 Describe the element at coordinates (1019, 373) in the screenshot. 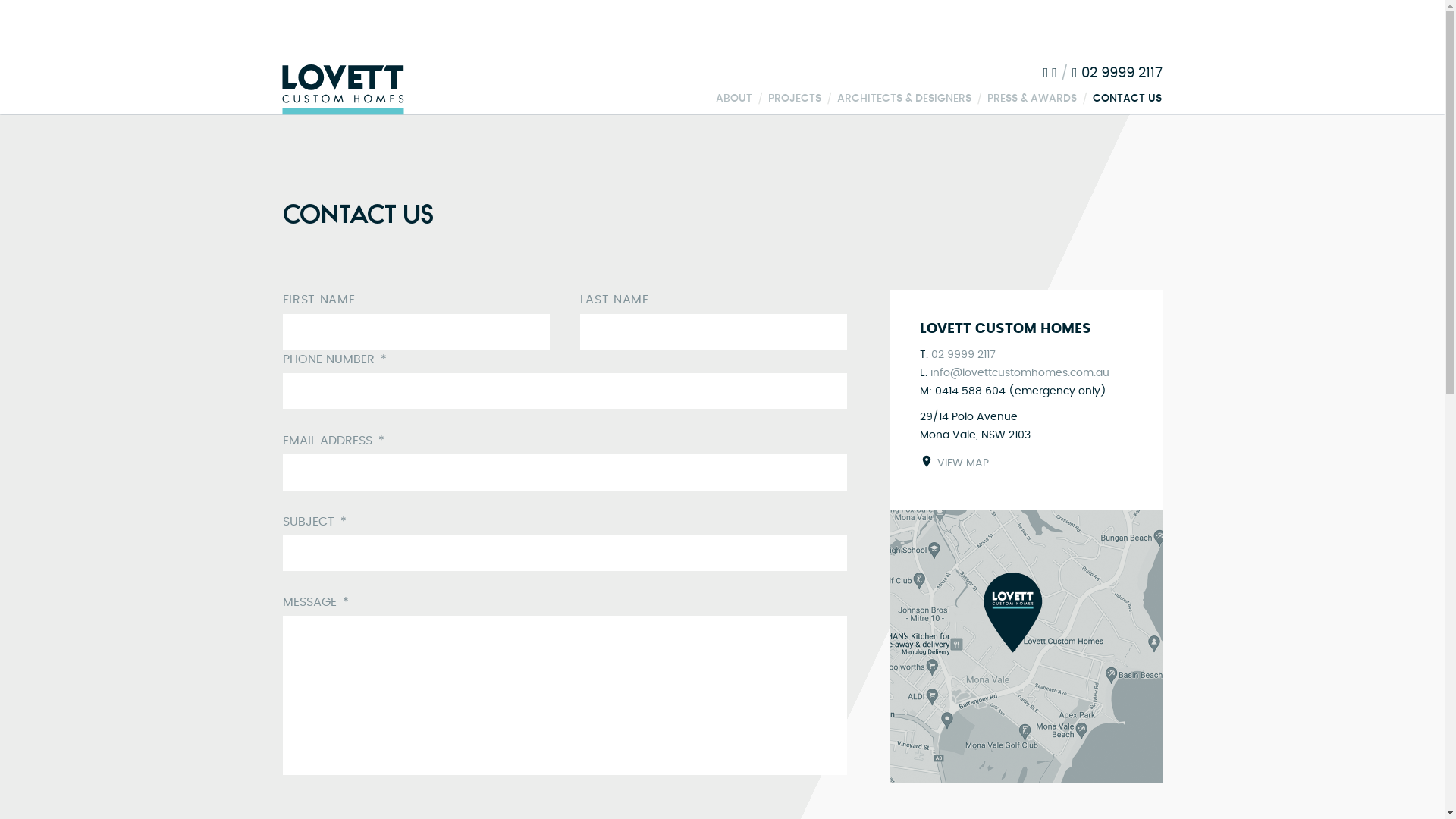

I see `'info@lovettcustomhomes.com.au'` at that location.